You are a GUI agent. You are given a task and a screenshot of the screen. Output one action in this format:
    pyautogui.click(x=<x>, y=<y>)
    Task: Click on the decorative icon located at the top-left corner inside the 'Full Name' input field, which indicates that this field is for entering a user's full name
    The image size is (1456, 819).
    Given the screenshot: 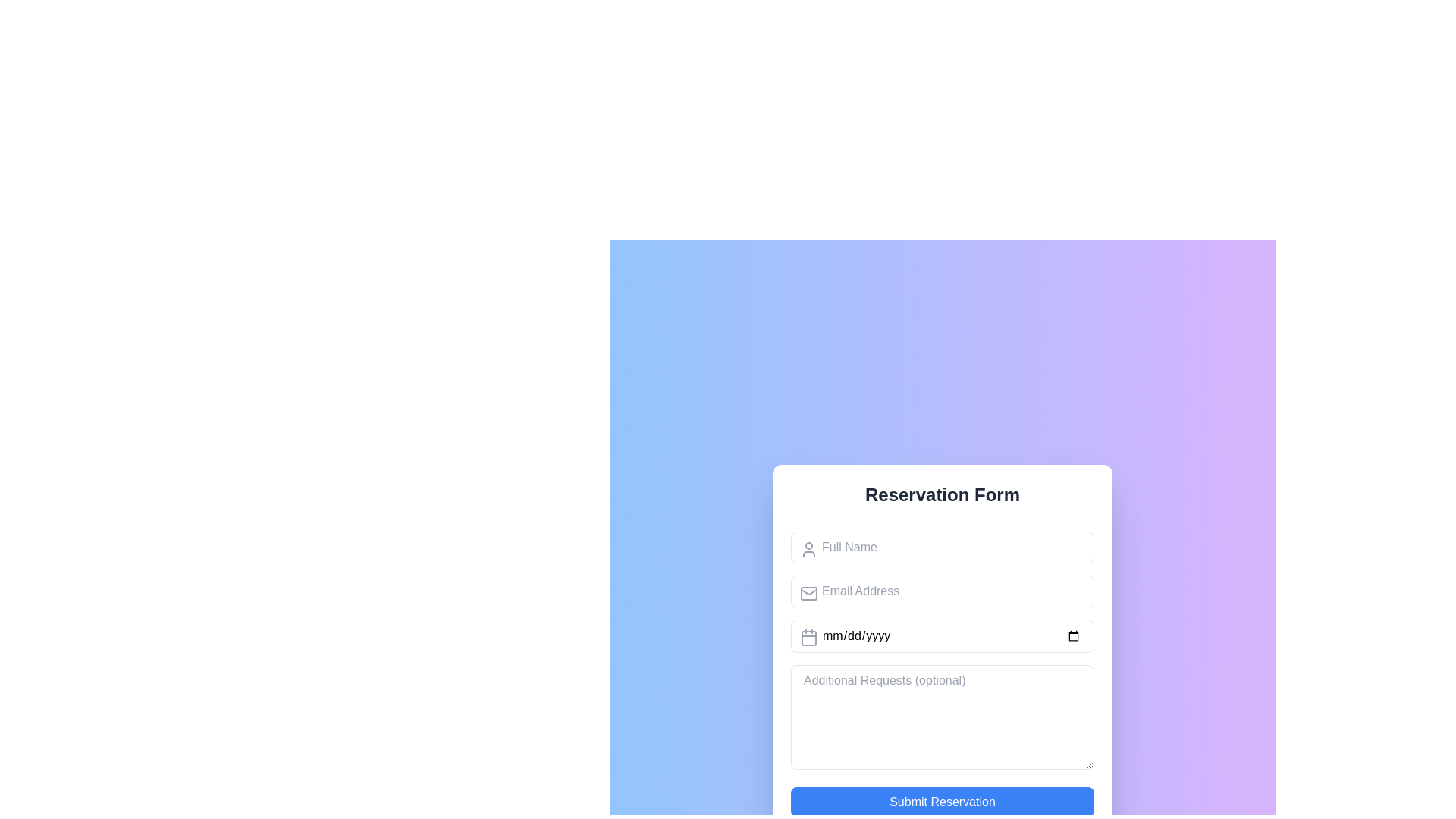 What is the action you would take?
    pyautogui.click(x=808, y=549)
    